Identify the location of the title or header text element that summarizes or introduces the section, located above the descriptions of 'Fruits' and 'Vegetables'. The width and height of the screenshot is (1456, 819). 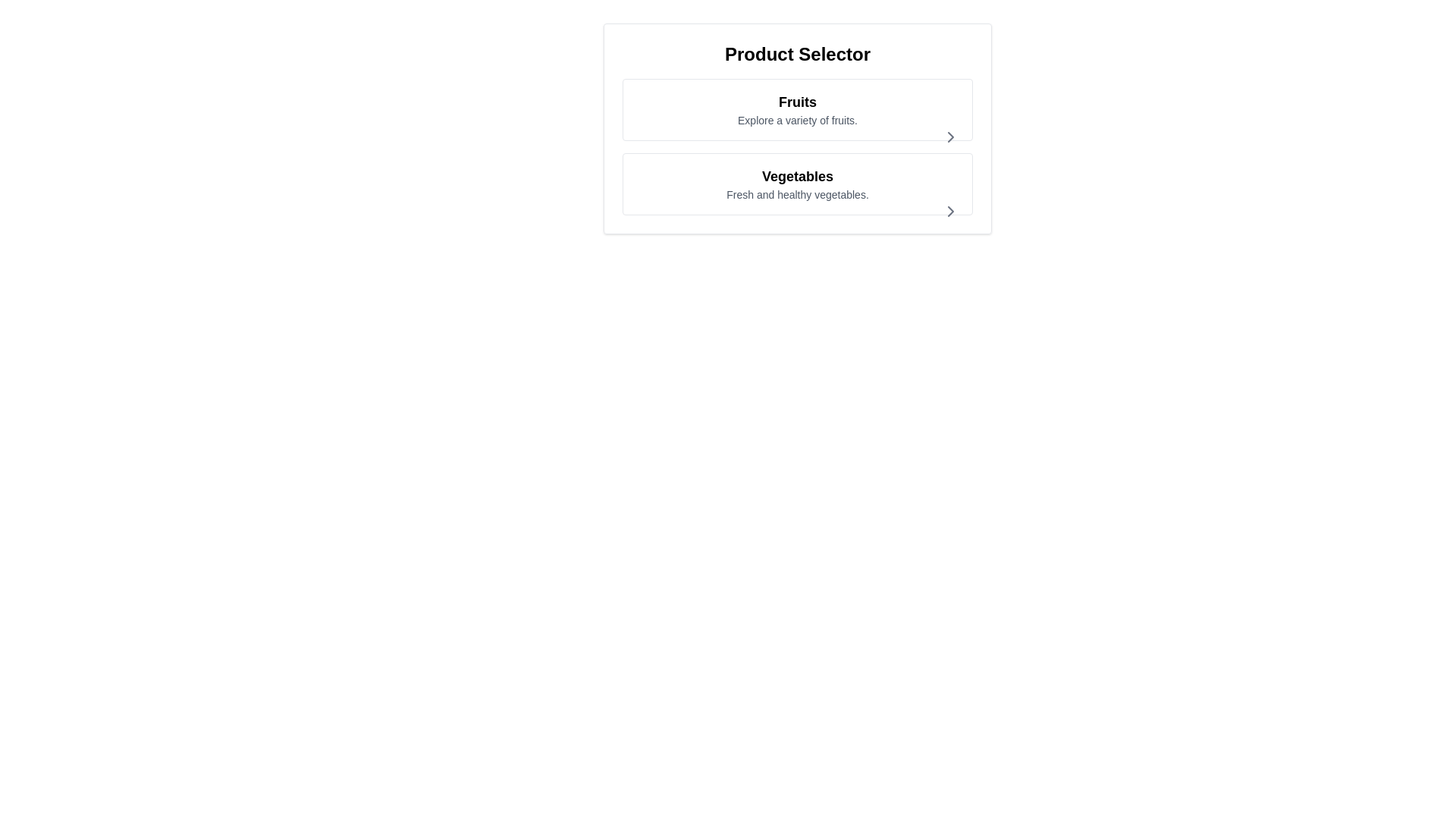
(796, 54).